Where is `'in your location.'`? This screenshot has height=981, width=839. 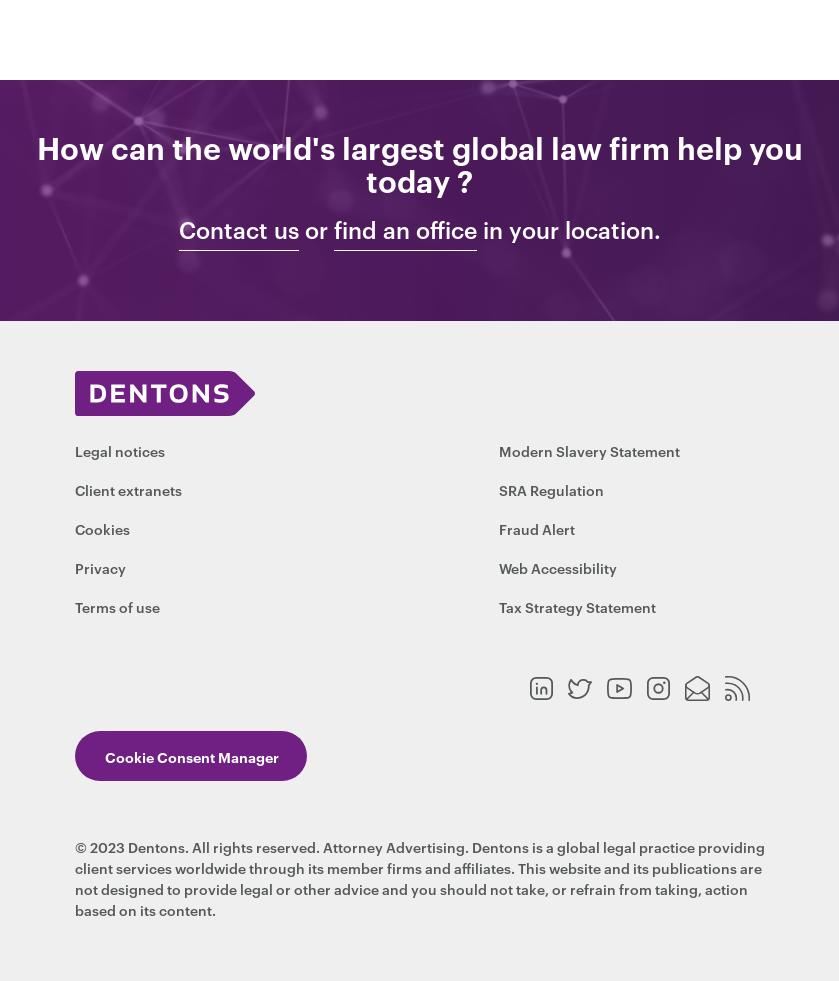 'in your location.' is located at coordinates (567, 226).